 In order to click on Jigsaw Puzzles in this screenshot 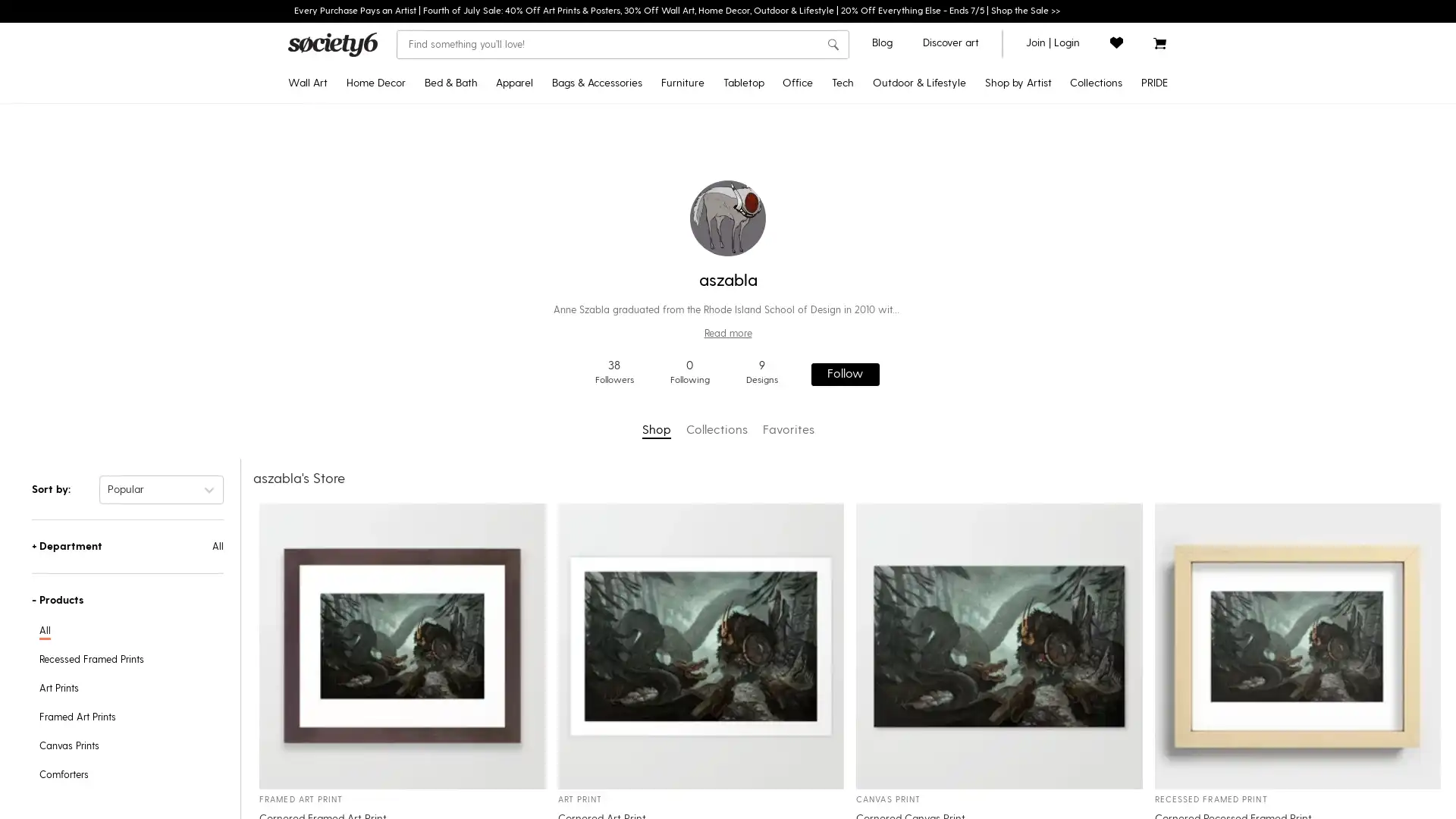, I will do `click(835, 195)`.